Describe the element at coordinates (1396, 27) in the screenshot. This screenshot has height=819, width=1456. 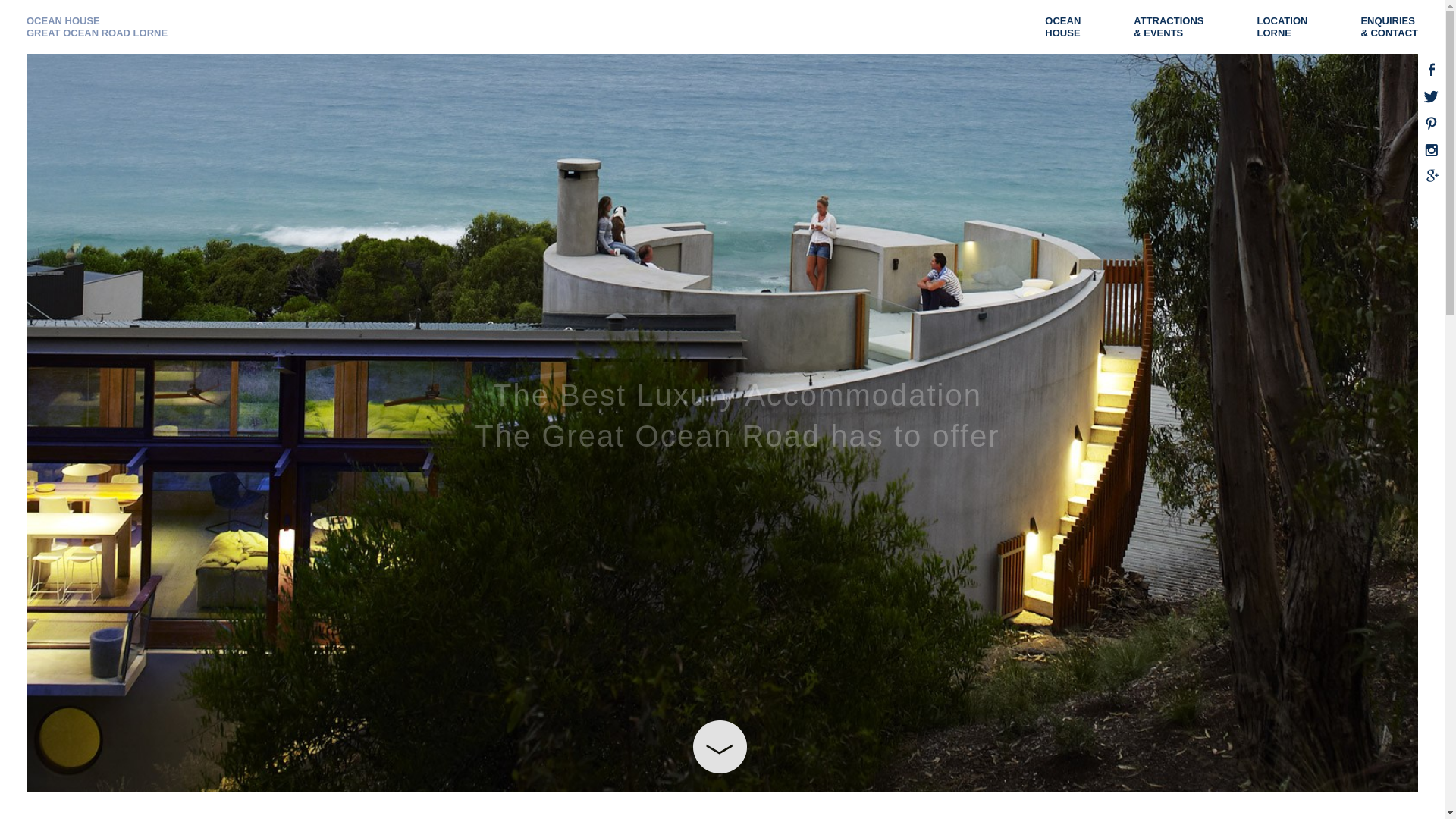
I see `'ENQUIRIES` at that location.